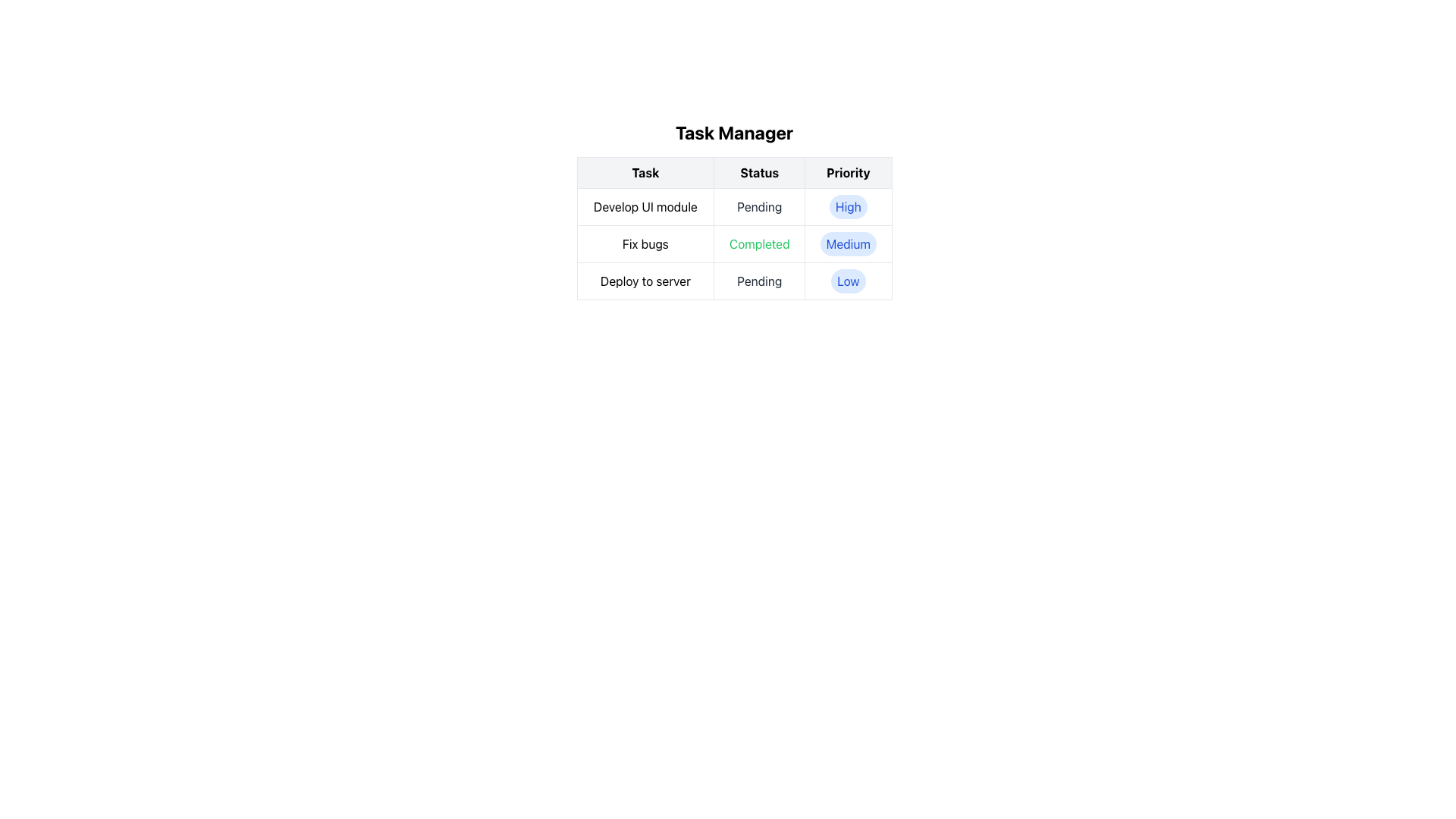 This screenshot has height=819, width=1456. Describe the element at coordinates (847, 281) in the screenshot. I see `the badge labeled 'Low' in the Priority column, located in the row for 'Deploy to server'` at that location.